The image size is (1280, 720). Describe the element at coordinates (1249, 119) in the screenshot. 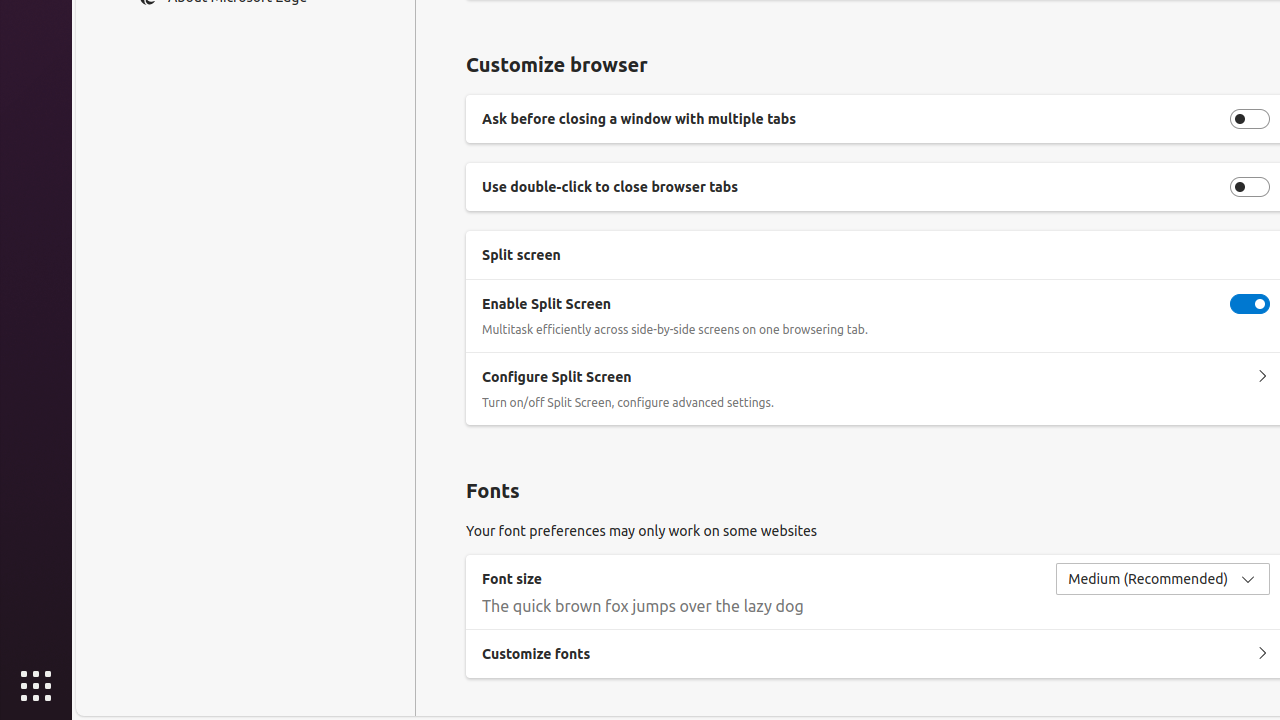

I see `'Ask before closing a window with multiple tabs'` at that location.